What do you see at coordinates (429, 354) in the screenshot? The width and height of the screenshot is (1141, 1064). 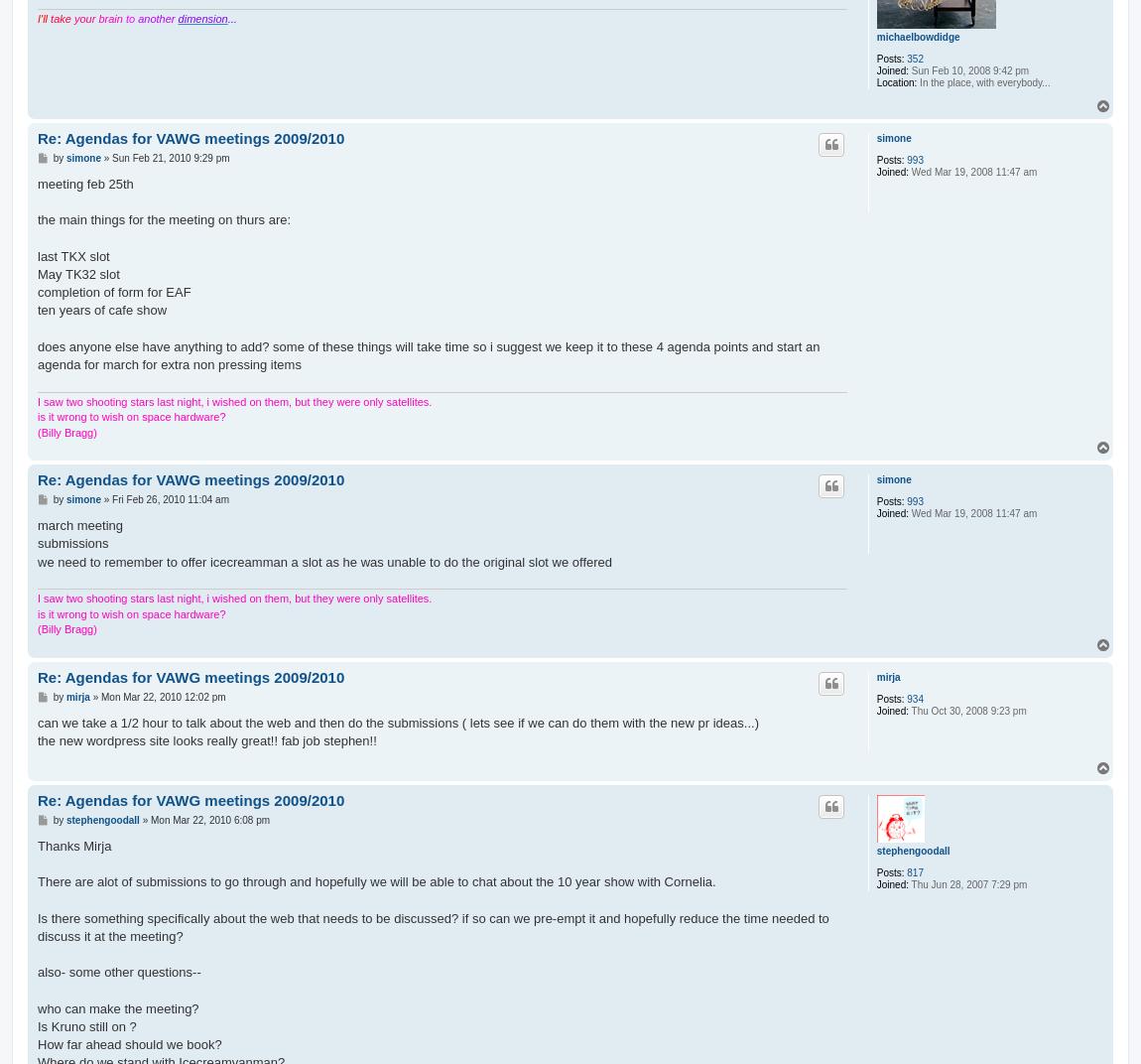 I see `'does anyone else have anything to add? some of these things will take time so i suggest we keep it to these 4 agenda points and start an agenda for march for extra non pressing items'` at bounding box center [429, 354].